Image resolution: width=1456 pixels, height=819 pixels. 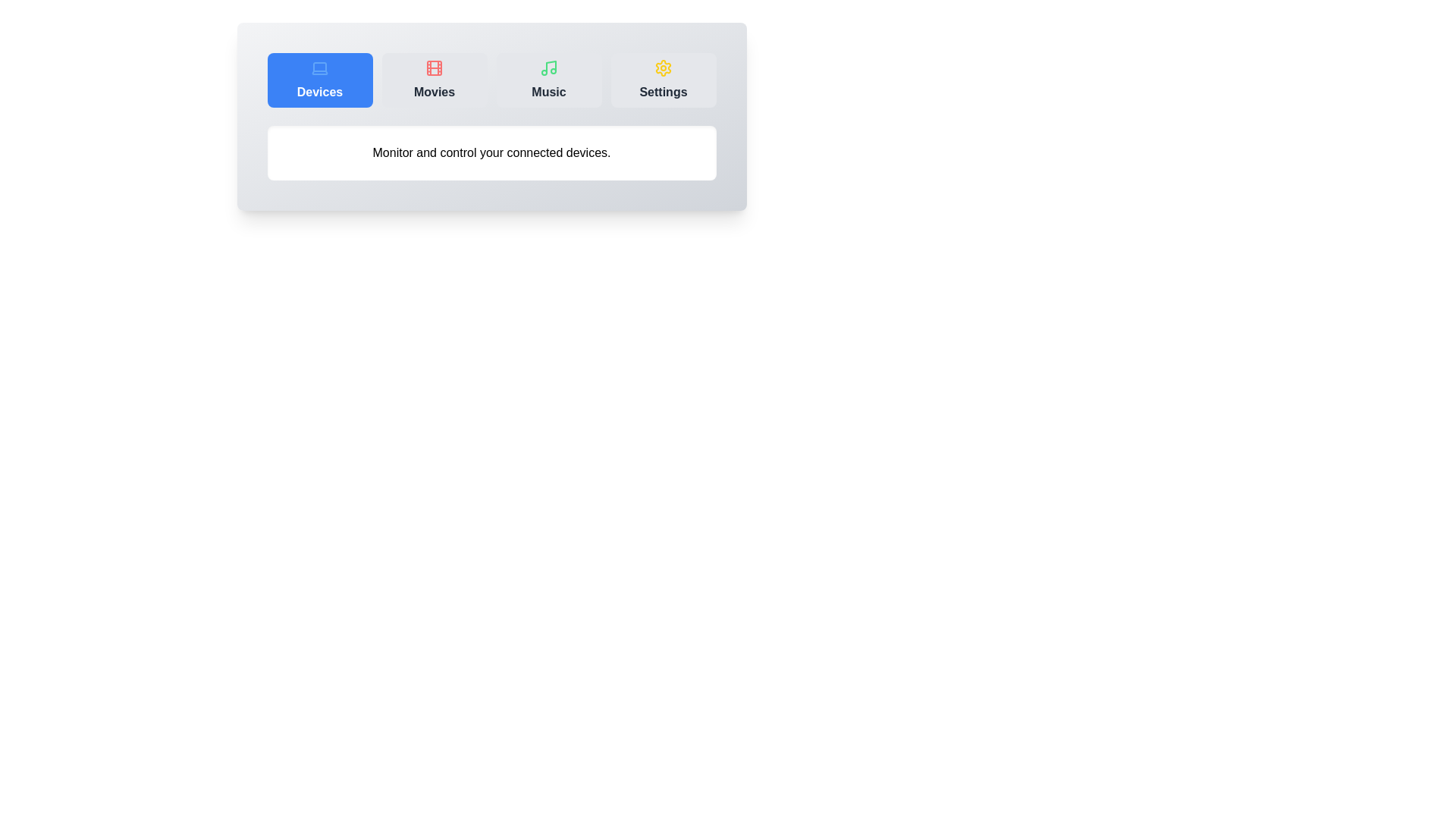 What do you see at coordinates (663, 80) in the screenshot?
I see `the Settings tab in the dashboard` at bounding box center [663, 80].